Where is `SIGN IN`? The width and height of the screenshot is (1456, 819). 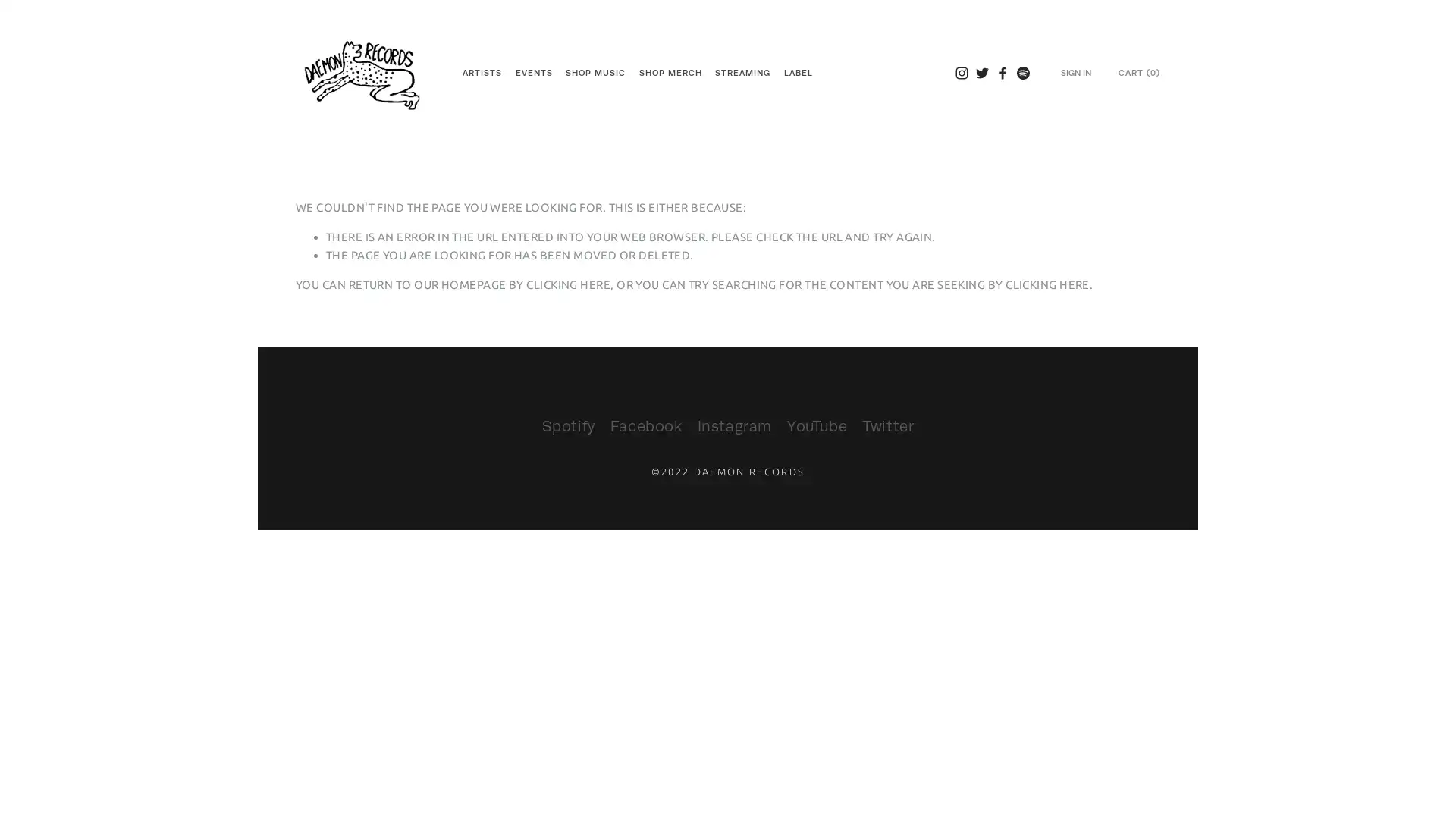
SIGN IN is located at coordinates (1075, 72).